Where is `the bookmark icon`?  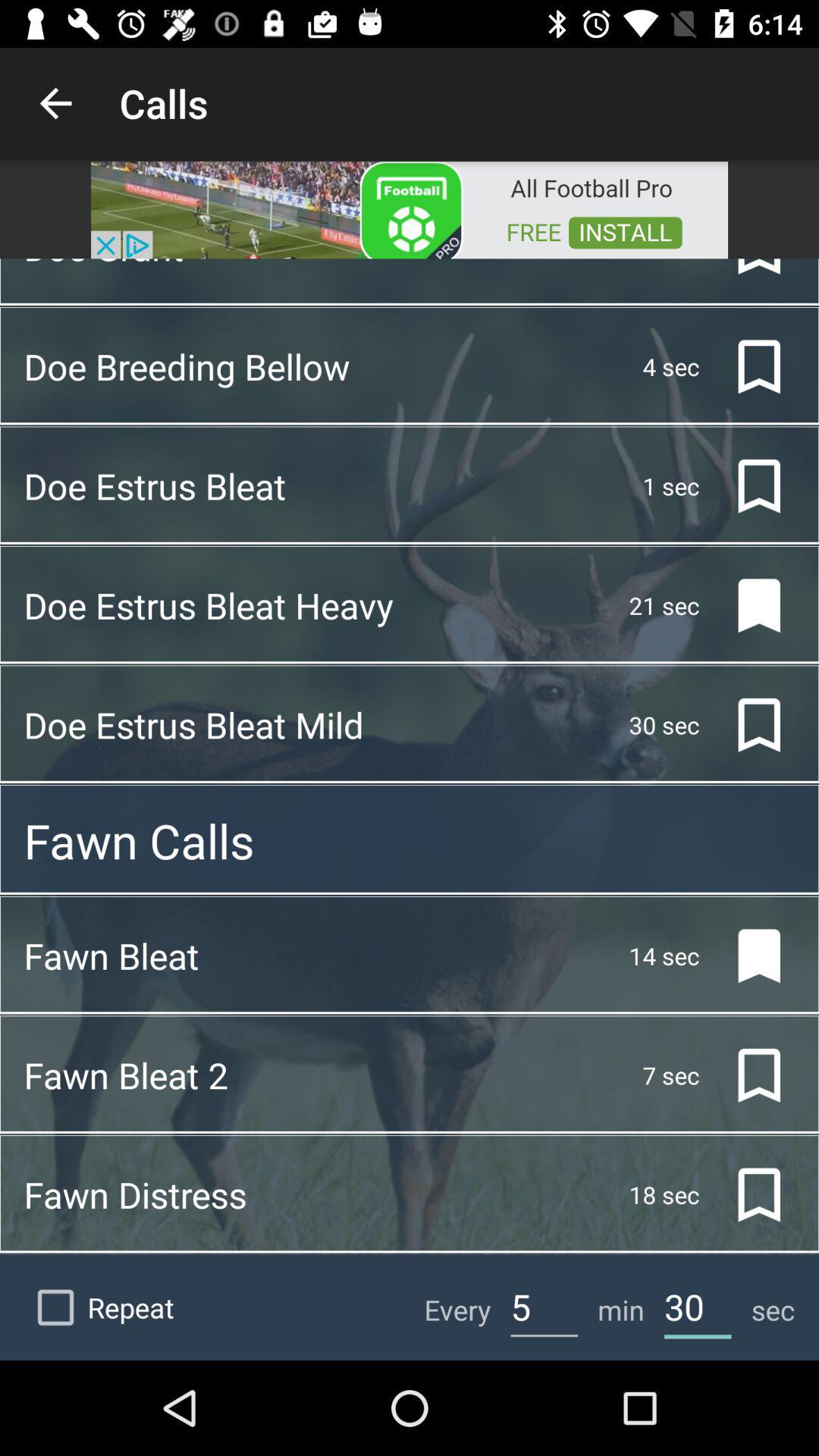 the bookmark icon is located at coordinates (746, 724).